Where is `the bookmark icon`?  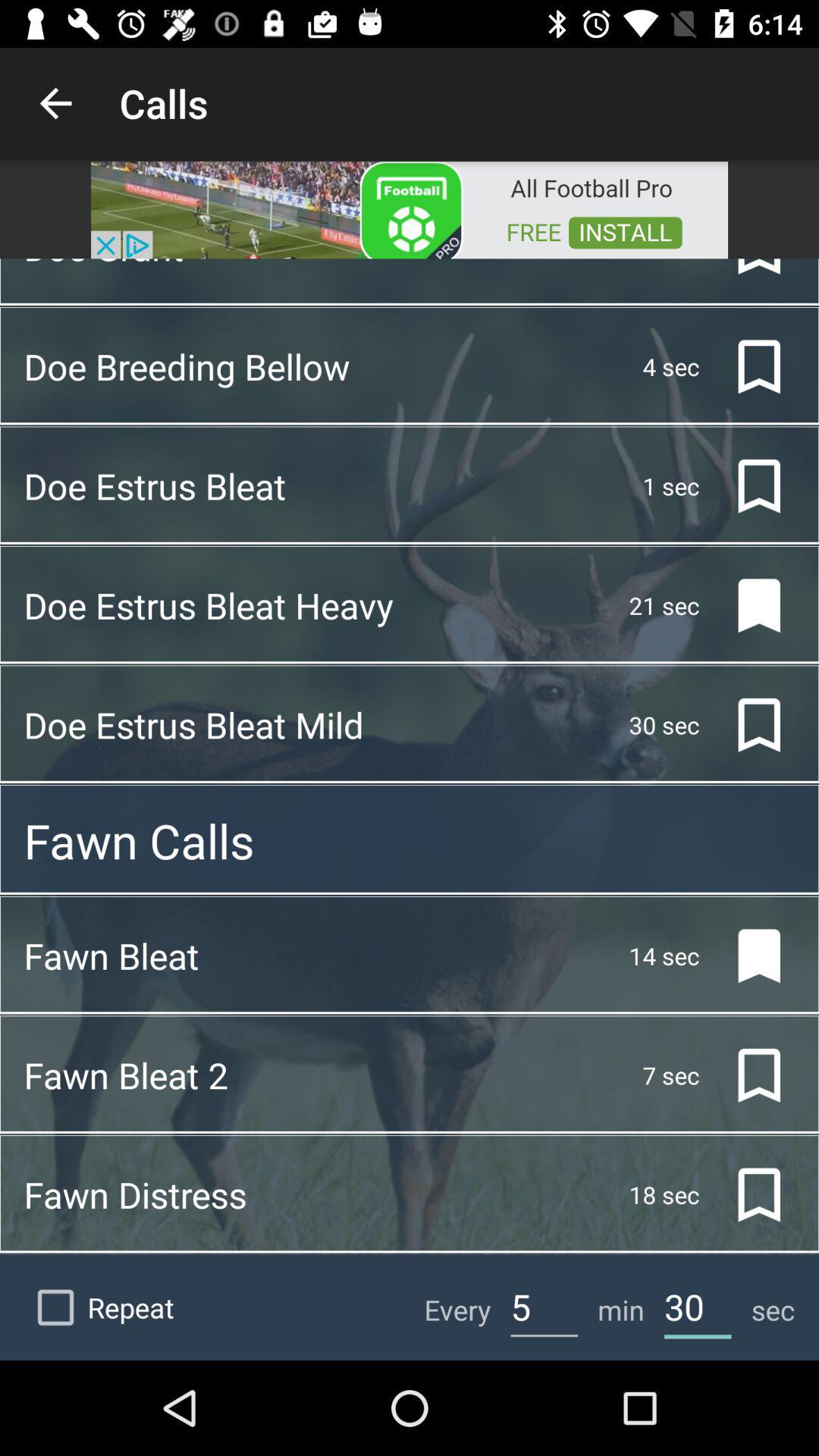 the bookmark icon is located at coordinates (746, 724).